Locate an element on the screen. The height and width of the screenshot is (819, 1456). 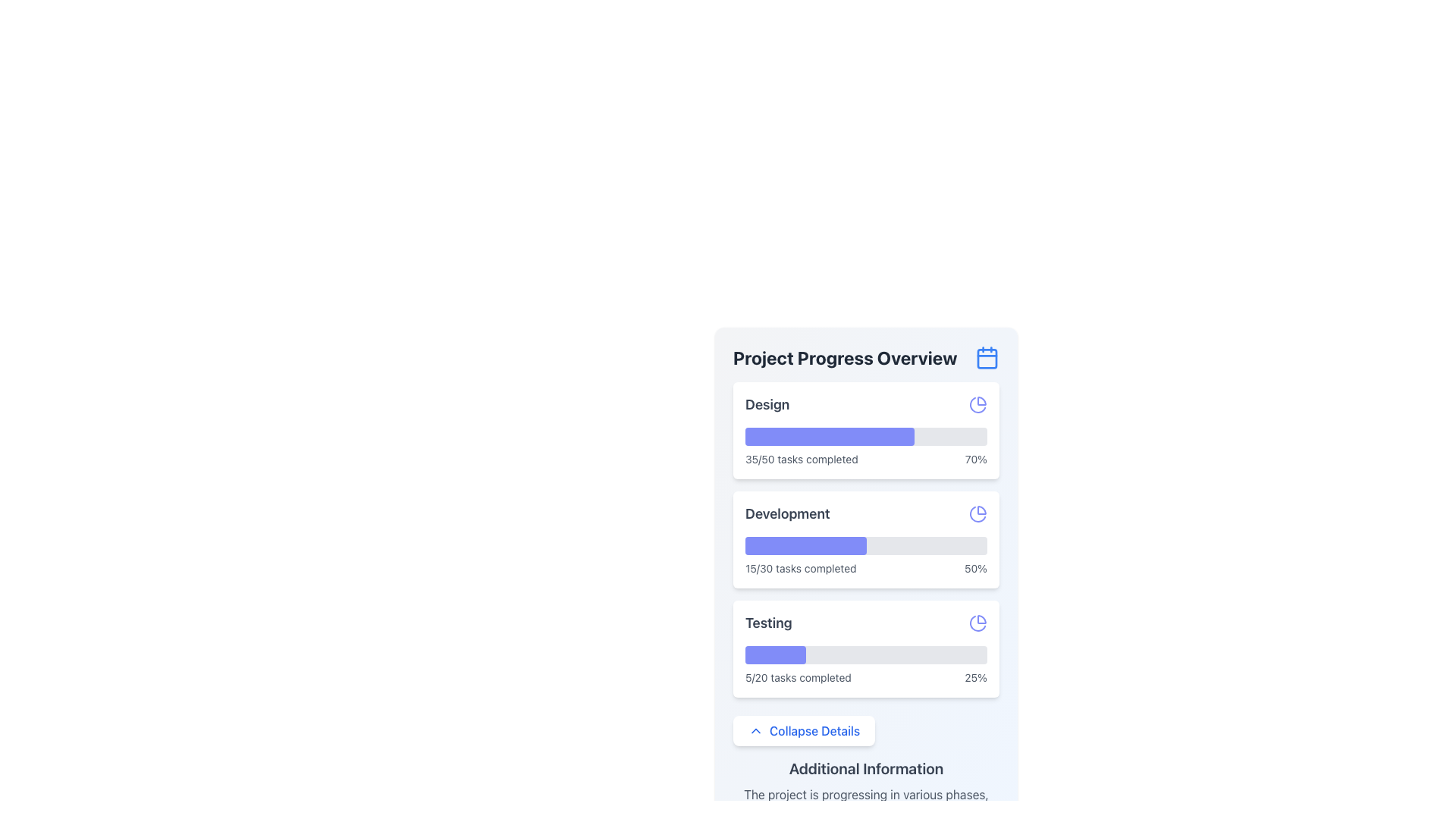
numeric percentage value displayed in the Text Label indicating progress, which shows '25%' in dark gray within the 'Testing' section of the 'Project Progress Overview' interface is located at coordinates (976, 677).